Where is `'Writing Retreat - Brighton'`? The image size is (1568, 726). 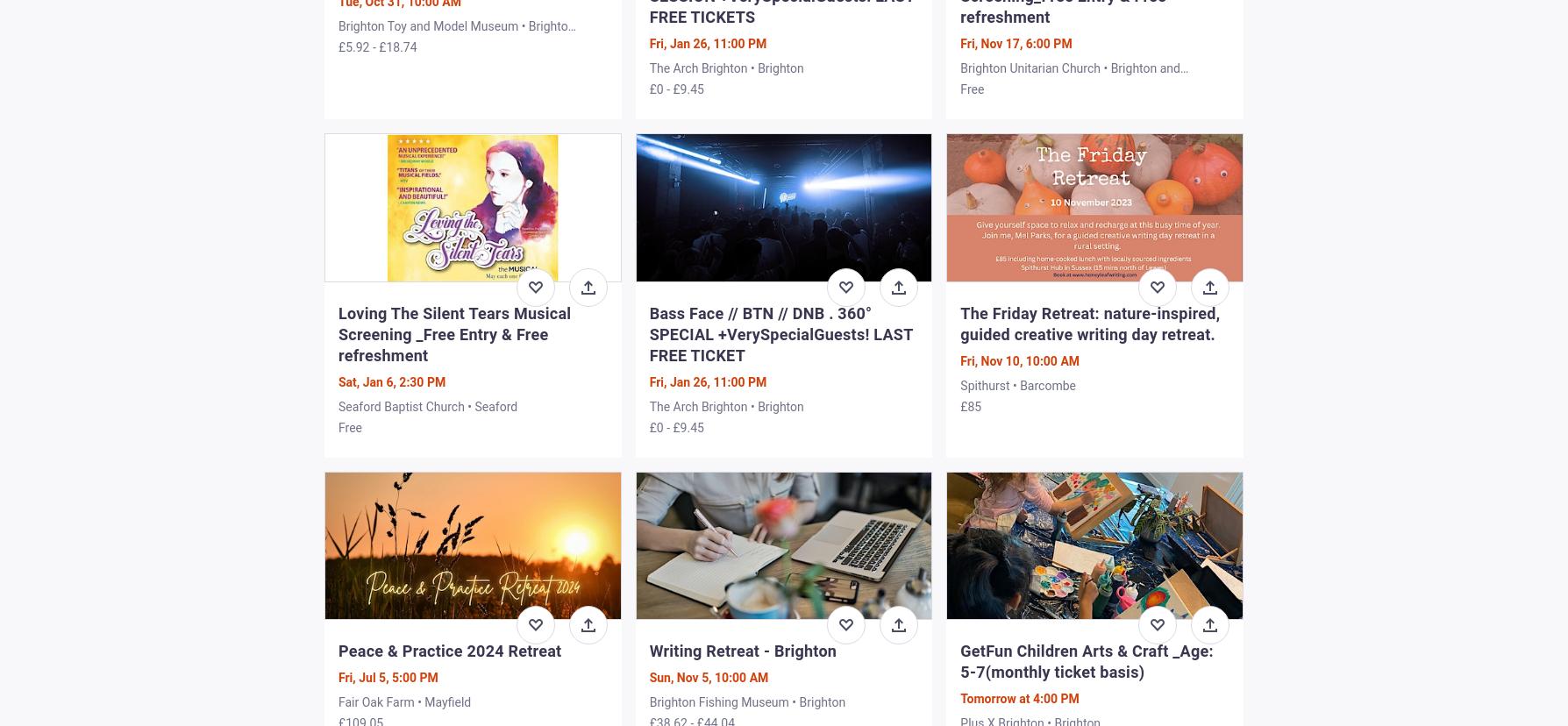
'Writing Retreat - Brighton' is located at coordinates (648, 649).